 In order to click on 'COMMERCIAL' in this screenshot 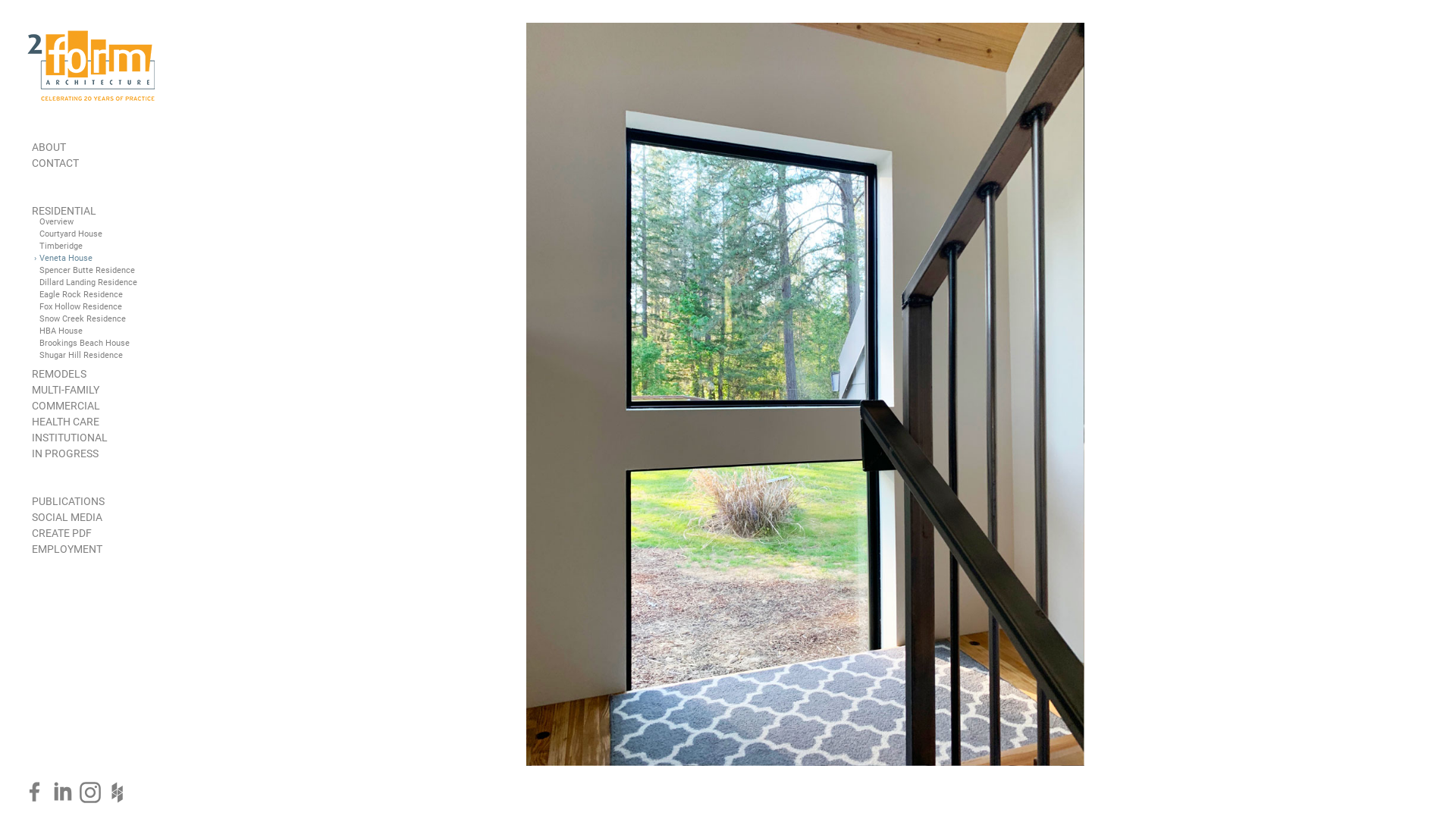, I will do `click(64, 405)`.